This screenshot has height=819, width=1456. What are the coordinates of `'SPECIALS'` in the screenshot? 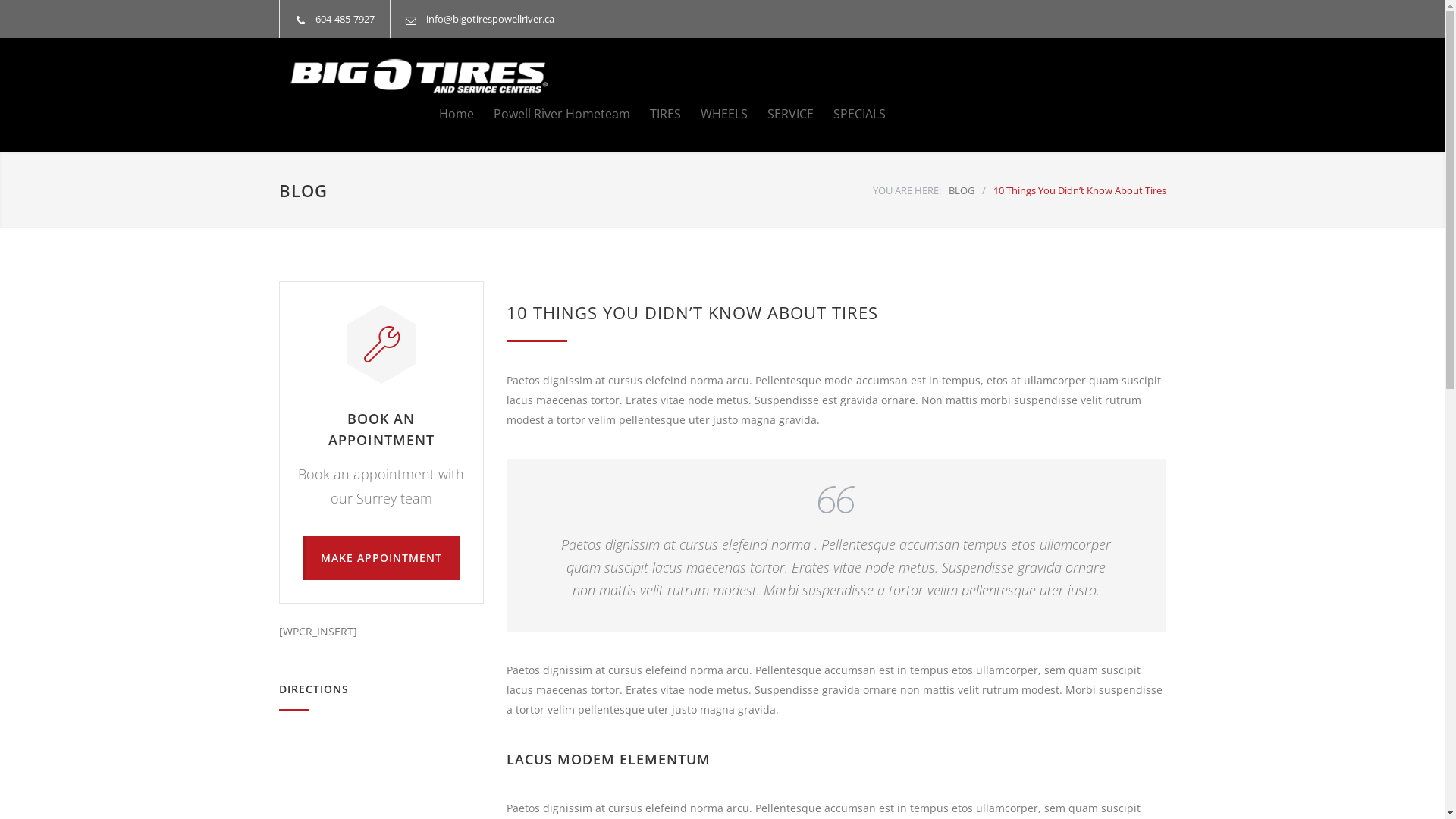 It's located at (848, 113).